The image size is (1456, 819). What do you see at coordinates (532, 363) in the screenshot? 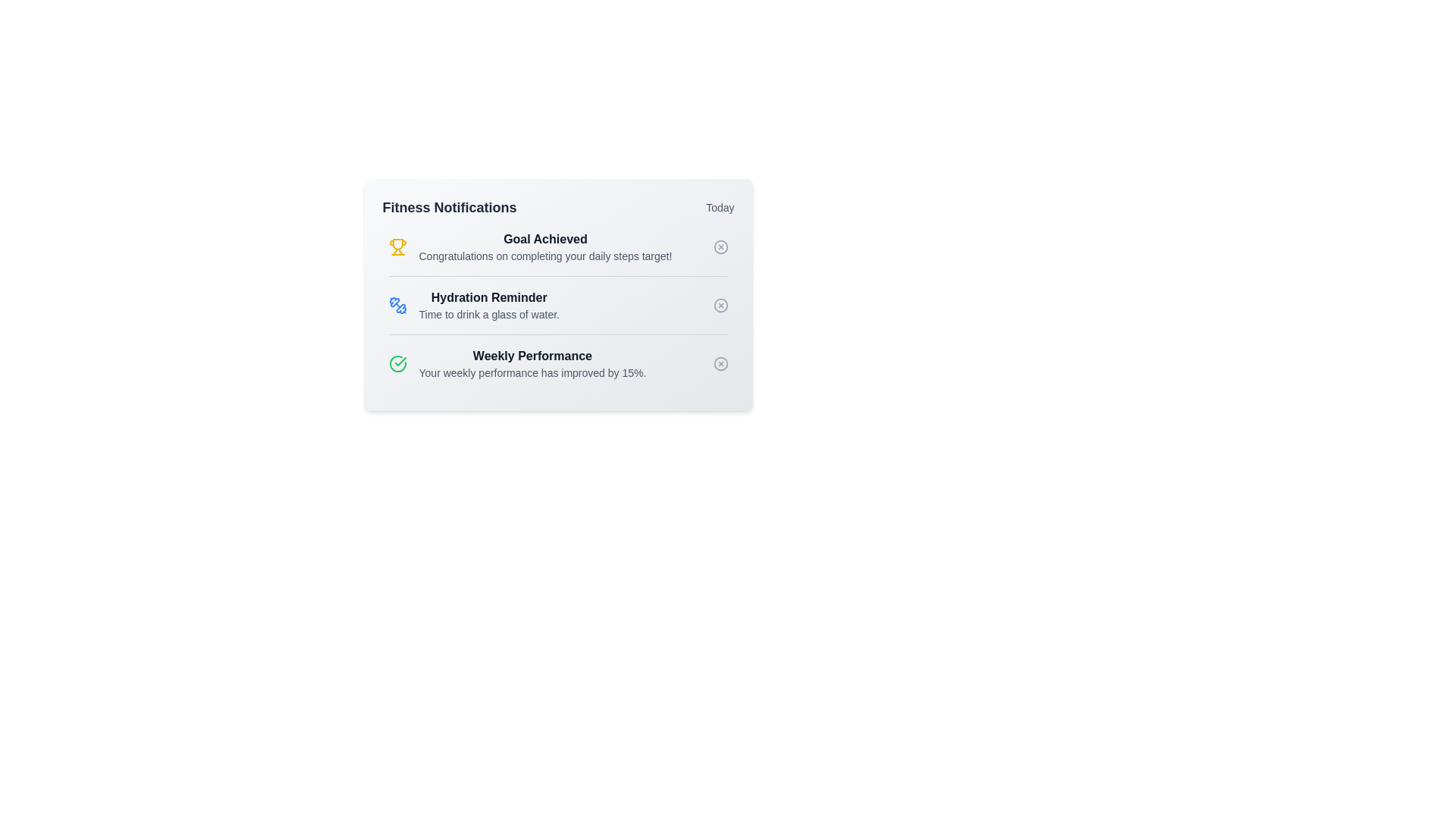
I see `the text block titled 'Weekly Performance', which is styled in bold and located under 'Fitness Notifications'` at bounding box center [532, 363].